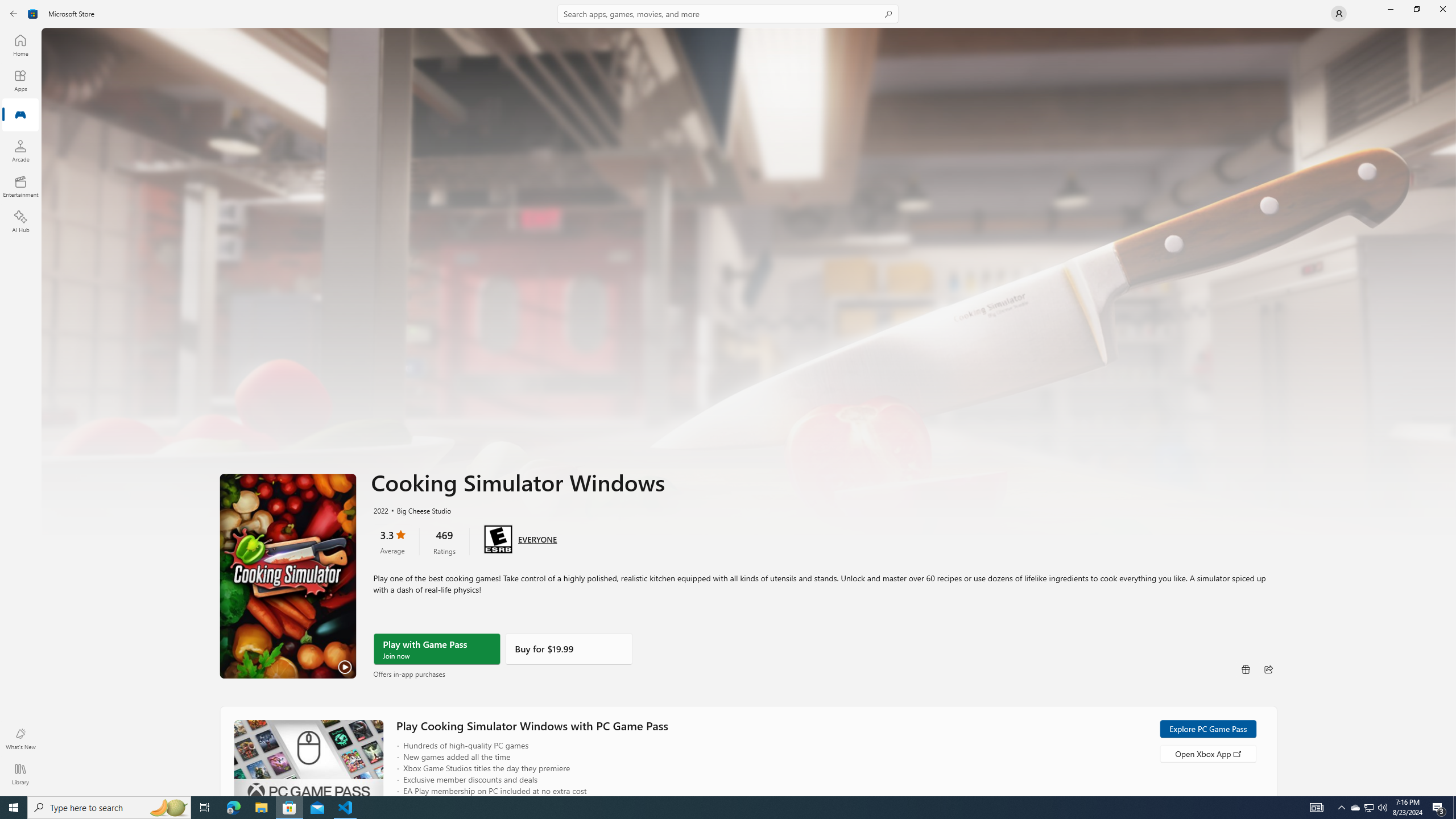 This screenshot has height=819, width=1456. I want to click on 'User profile', so click(1338, 13).